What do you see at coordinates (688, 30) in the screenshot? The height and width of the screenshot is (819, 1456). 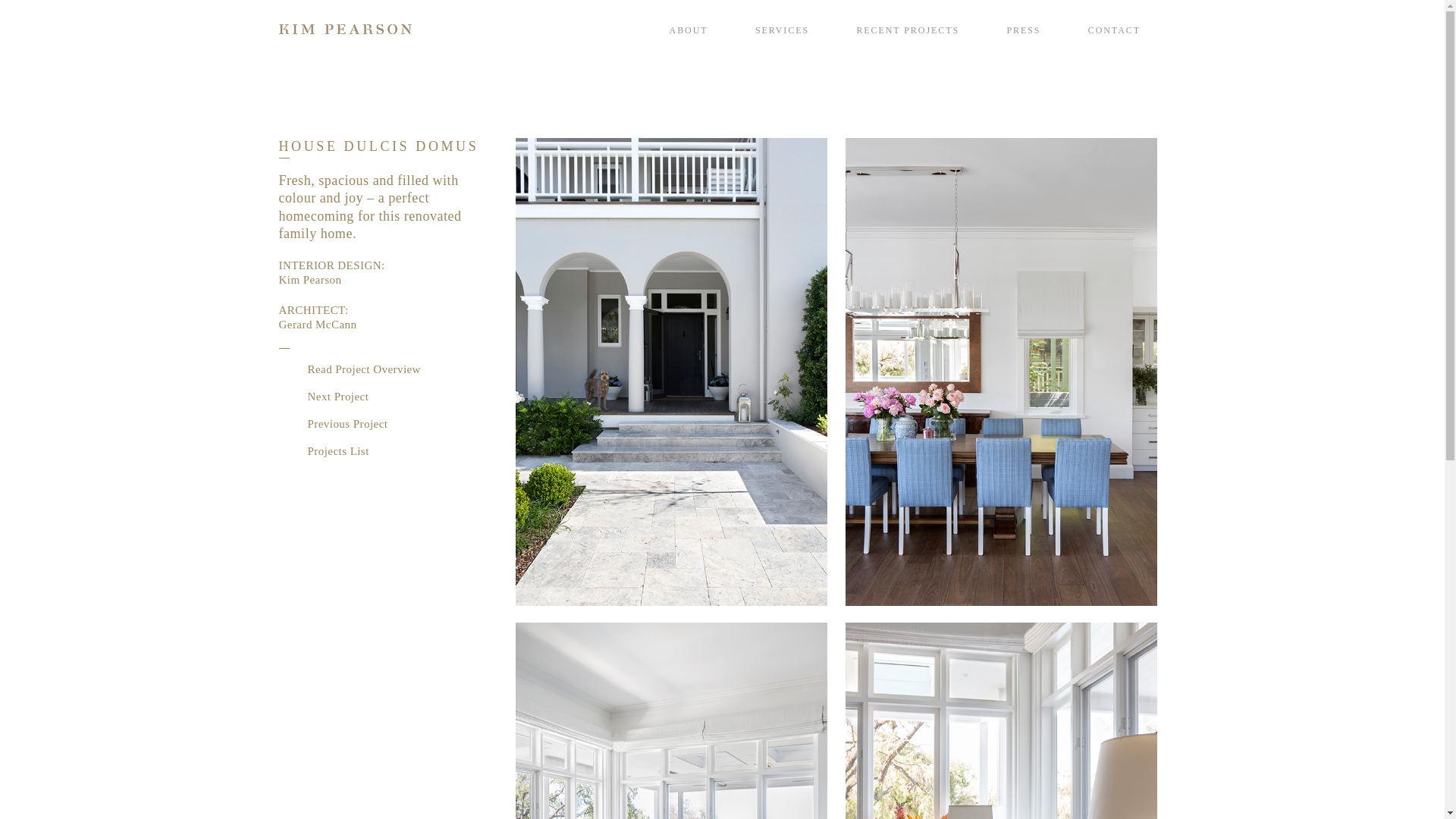 I see `'ABOUT'` at bounding box center [688, 30].